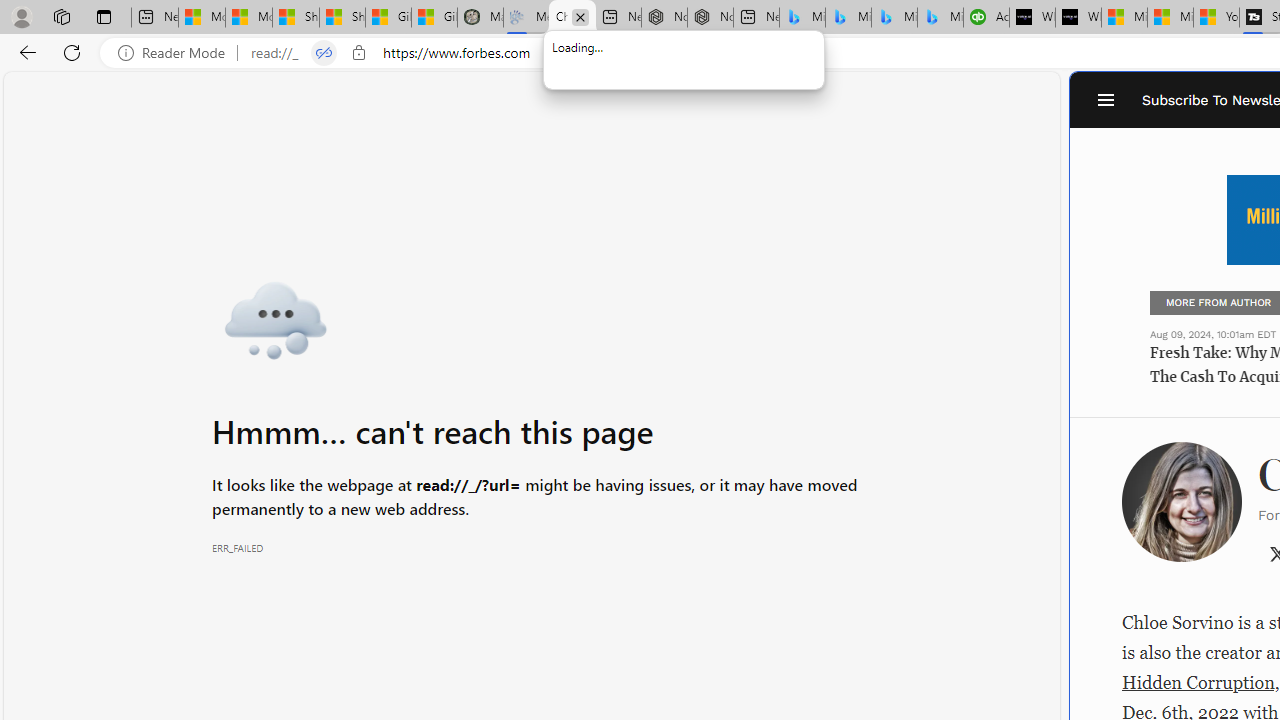 Image resolution: width=1280 pixels, height=720 pixels. I want to click on 'Gilma and Hector both pose tropical trouble for Hawaii', so click(433, 17).